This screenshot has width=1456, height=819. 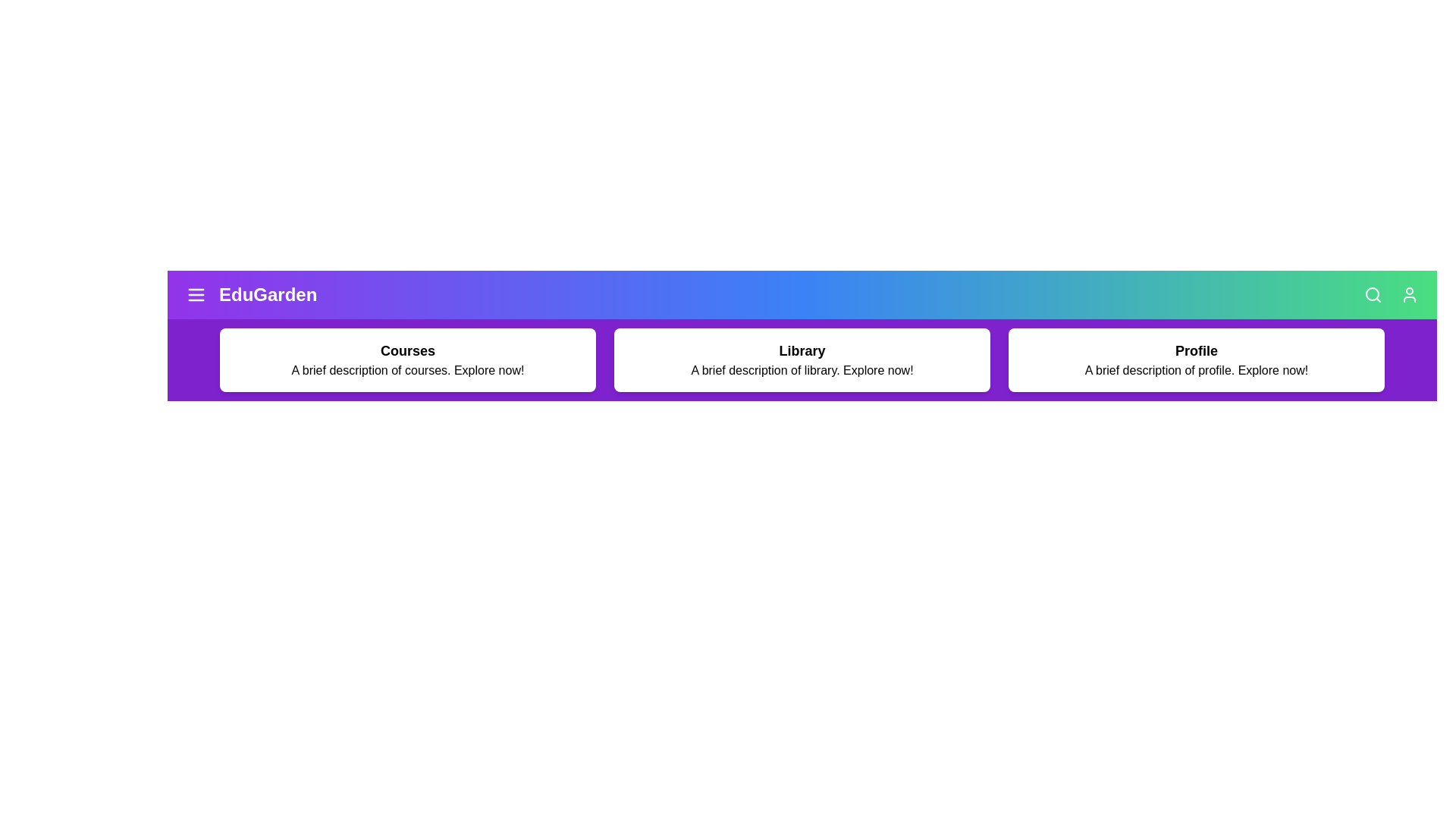 I want to click on the search icon to initiate a search, so click(x=1373, y=295).